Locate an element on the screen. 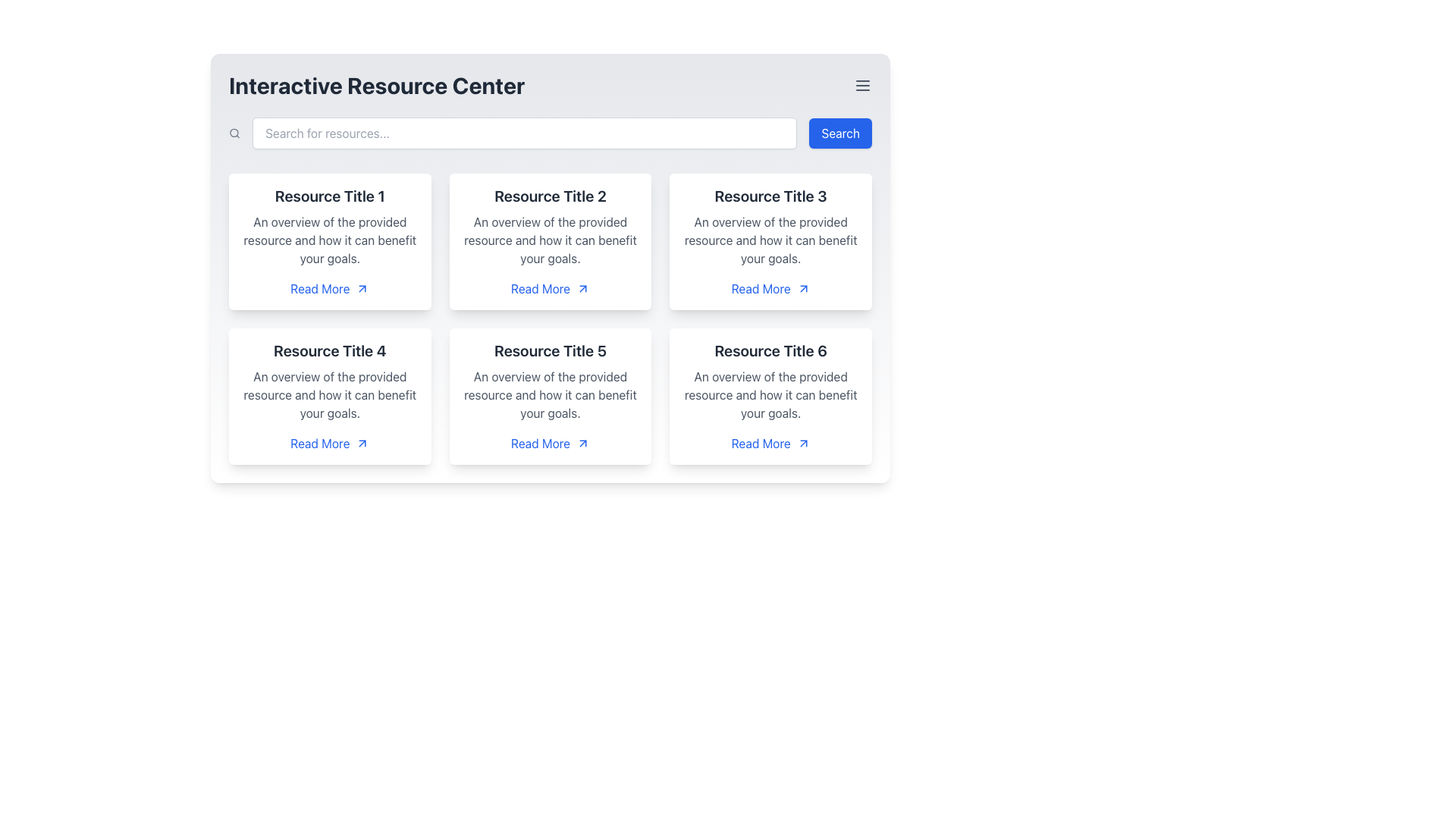 This screenshot has width=1456, height=819. informational text content located below 'Resource Title 3' and above the 'Read More' link in the upper-right corner of the grid layout is located at coordinates (770, 239).